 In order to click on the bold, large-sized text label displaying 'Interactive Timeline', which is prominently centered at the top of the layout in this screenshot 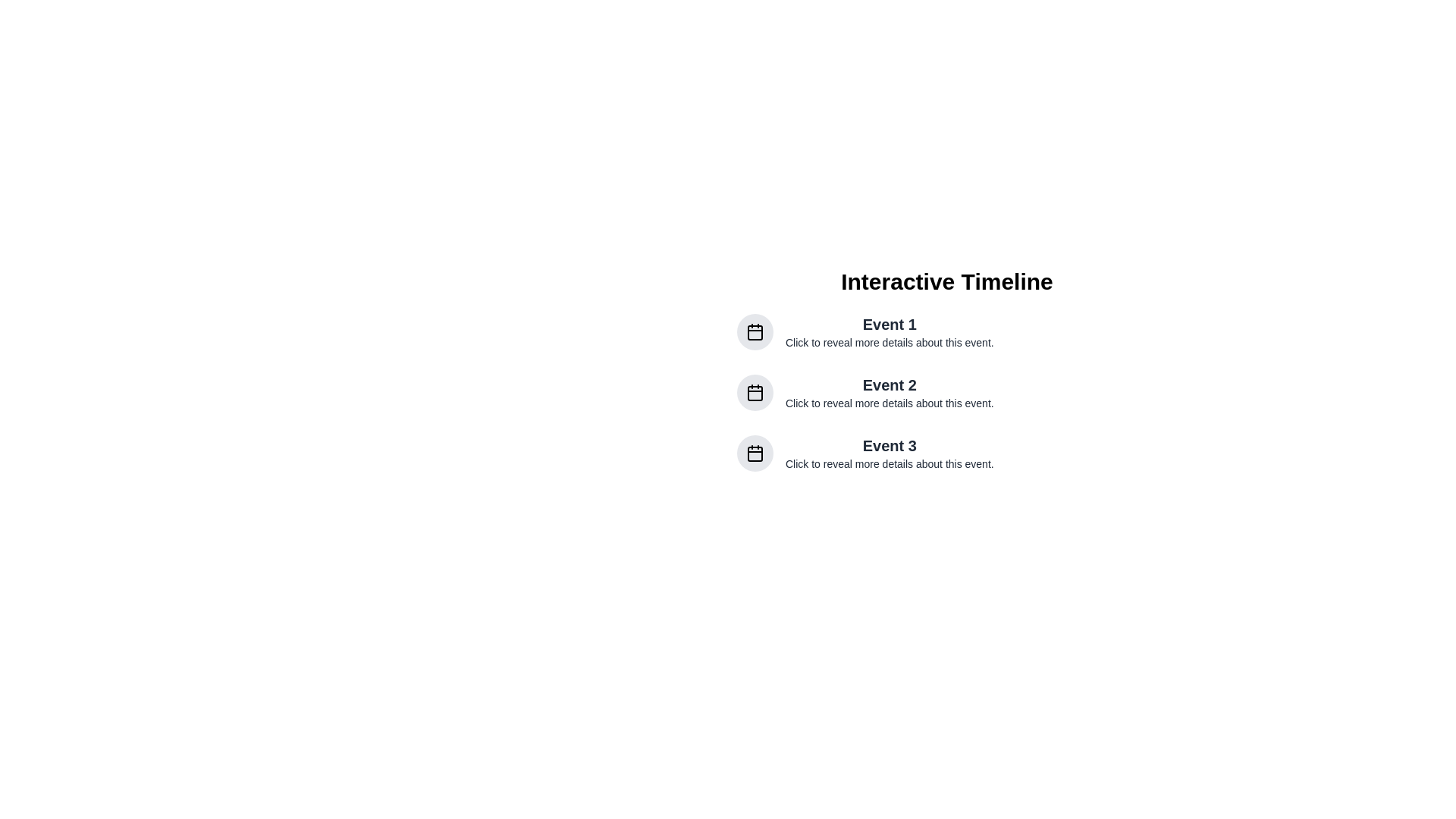, I will do `click(946, 281)`.